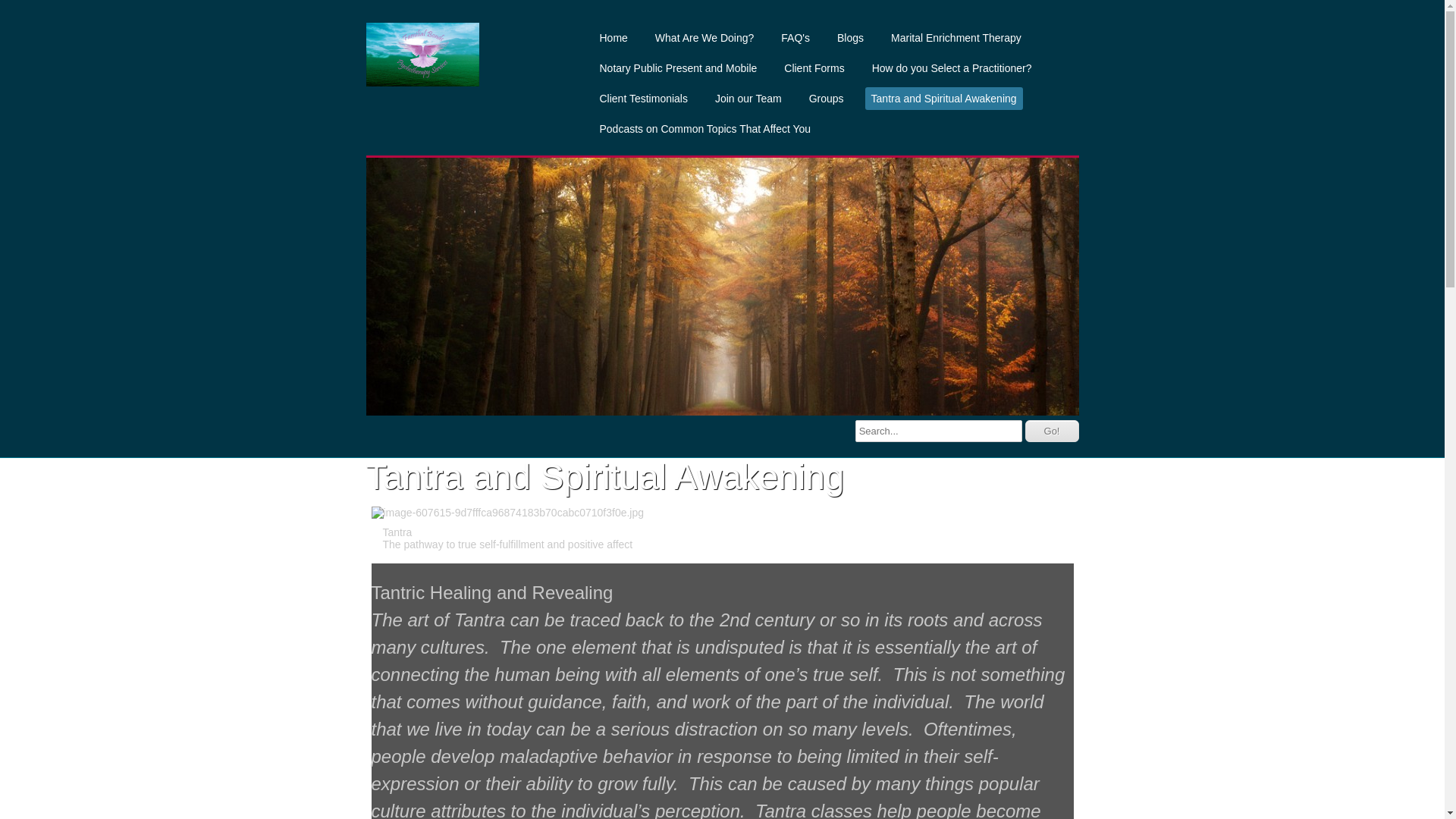 This screenshot has height=819, width=1456. Describe the element at coordinates (850, 37) in the screenshot. I see `'Blogs'` at that location.